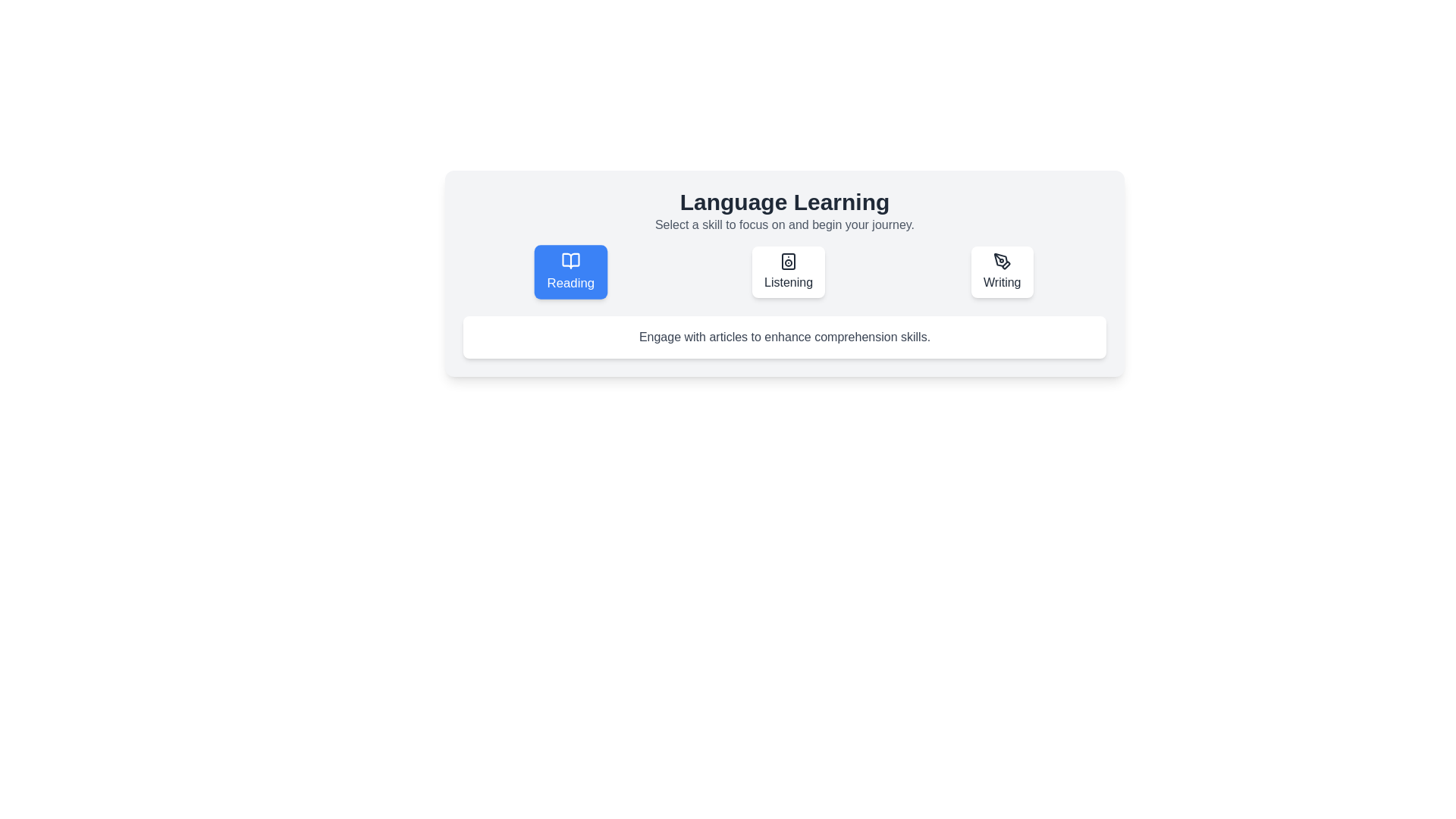  I want to click on the 'Writing' skill button, which is the third button in a row of three, positioned to the far right below the title 'Language Learning', so click(1002, 271).